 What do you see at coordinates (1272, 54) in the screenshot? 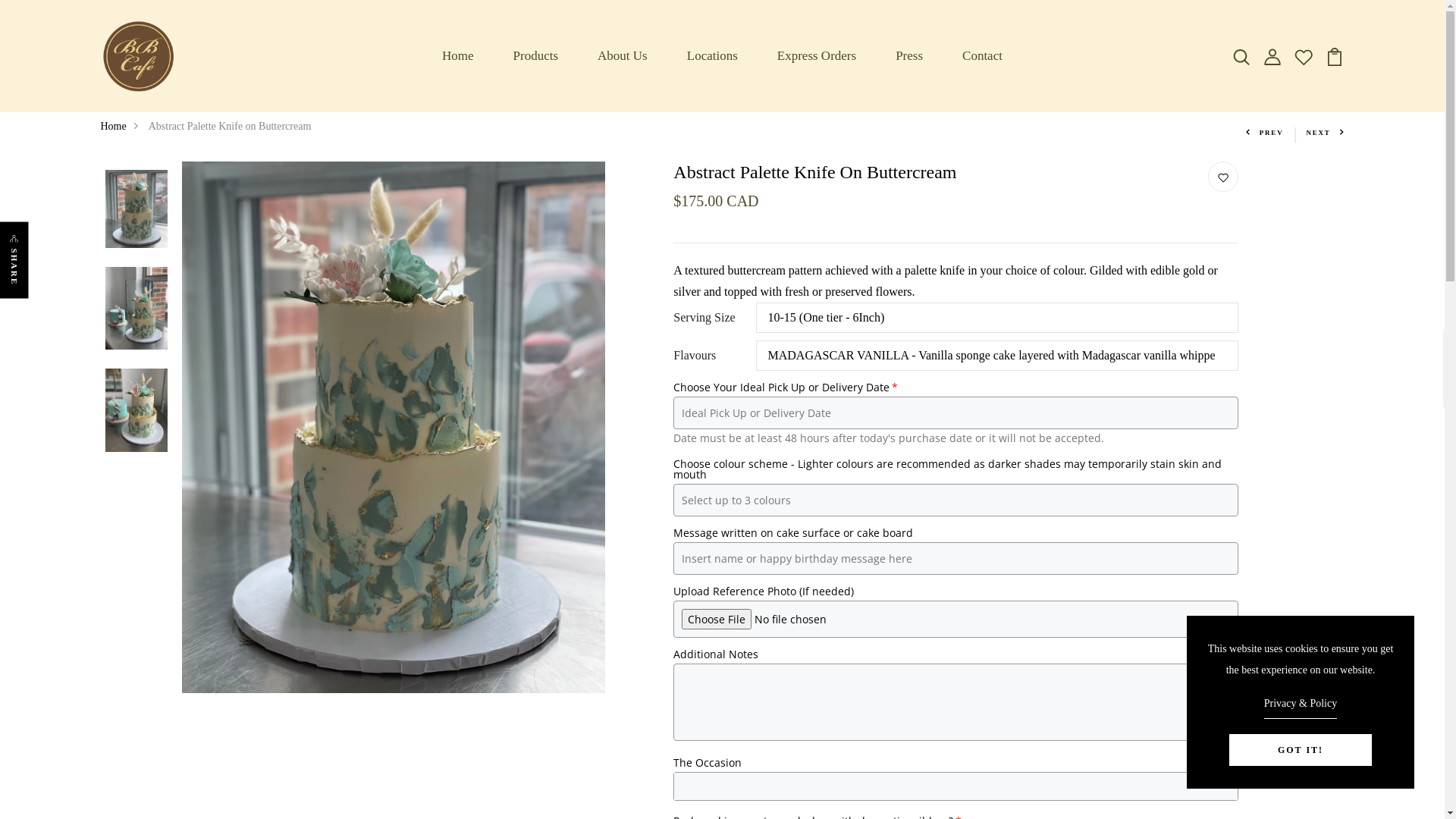
I see `'image/svg+xml'` at bounding box center [1272, 54].